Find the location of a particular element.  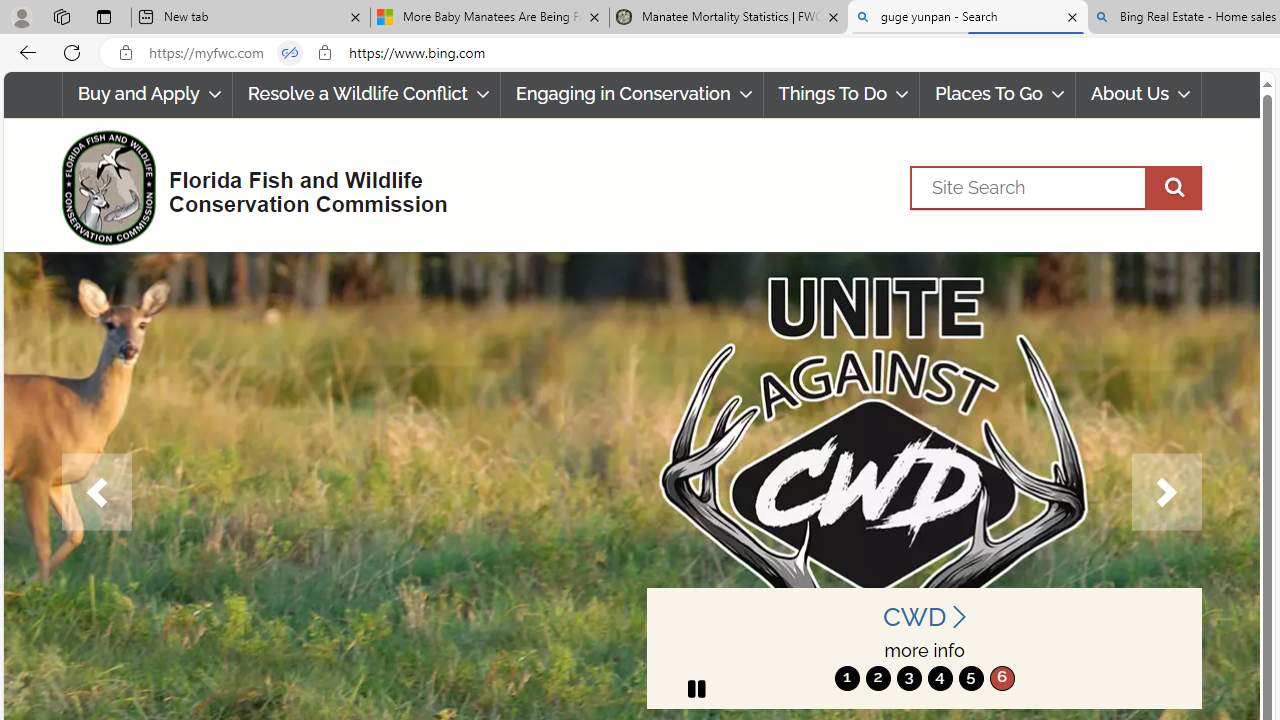

'execute site search' is located at coordinates (1173, 187).